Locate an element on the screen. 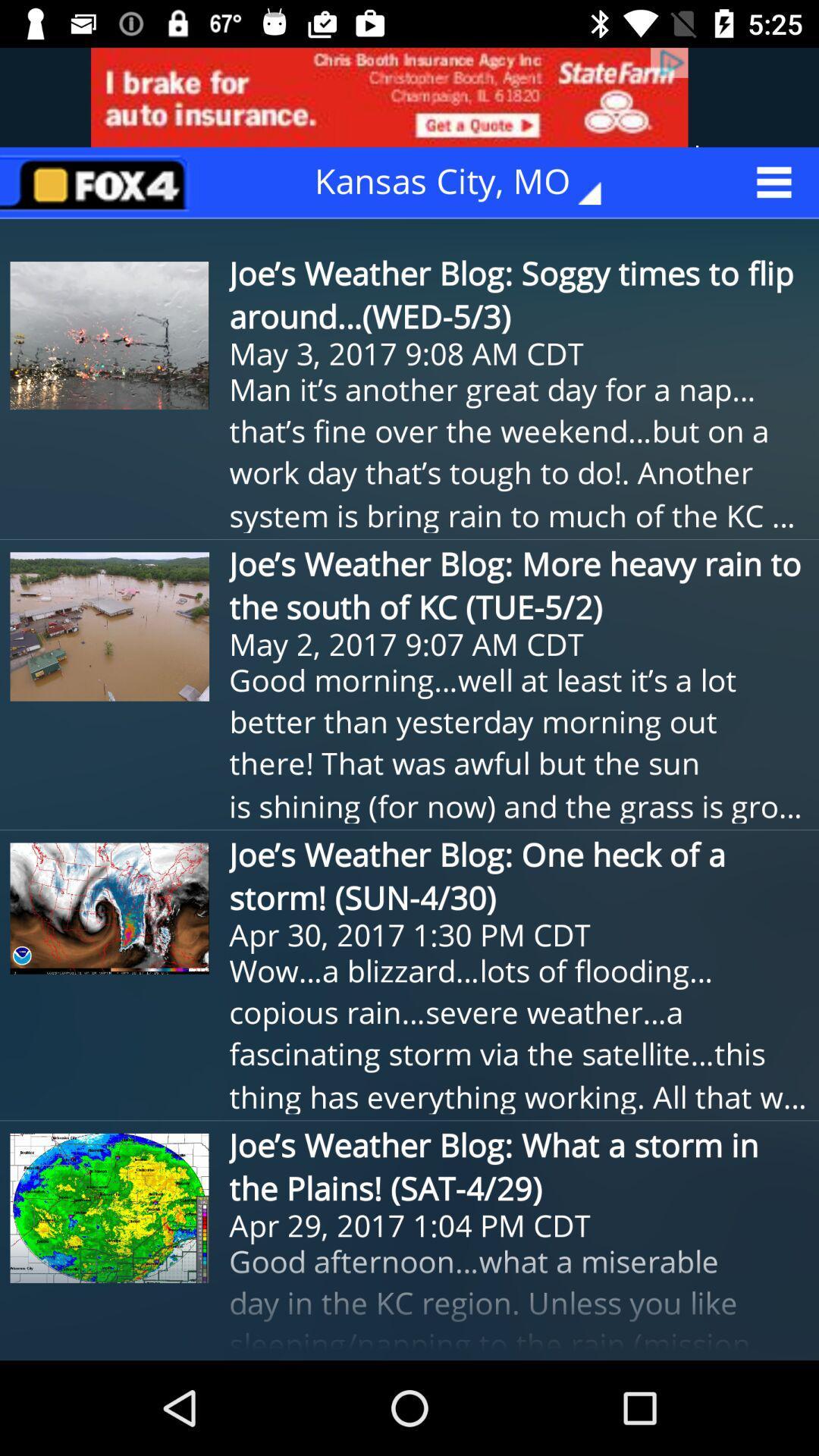 This screenshot has width=819, height=1456. advertisement is located at coordinates (409, 96).